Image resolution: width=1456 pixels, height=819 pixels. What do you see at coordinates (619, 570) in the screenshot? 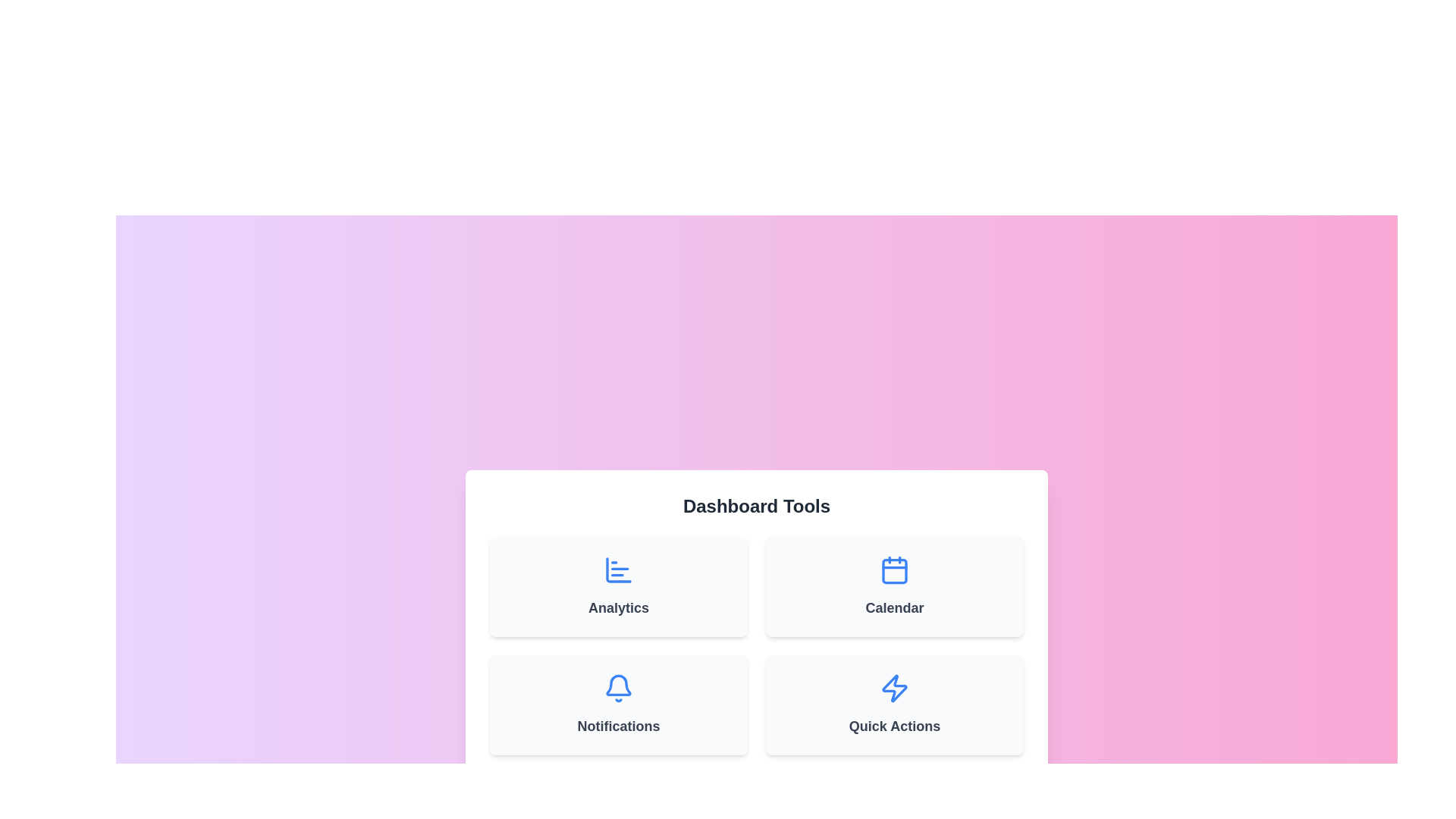
I see `the 'Analytics' Icon located in the upper section of the 'Analytics' card, which triggers data-related features or insights` at bounding box center [619, 570].